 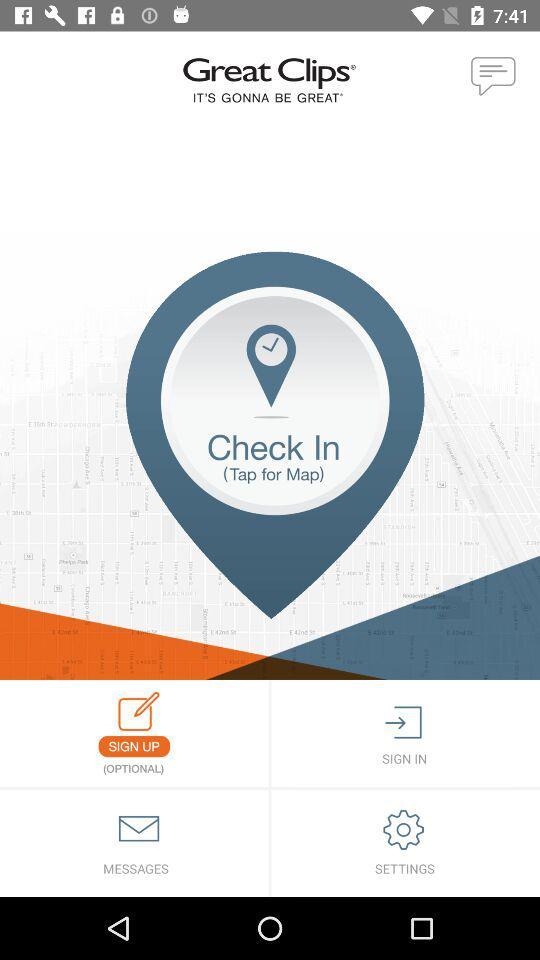 What do you see at coordinates (493, 77) in the screenshot?
I see `chat message` at bounding box center [493, 77].